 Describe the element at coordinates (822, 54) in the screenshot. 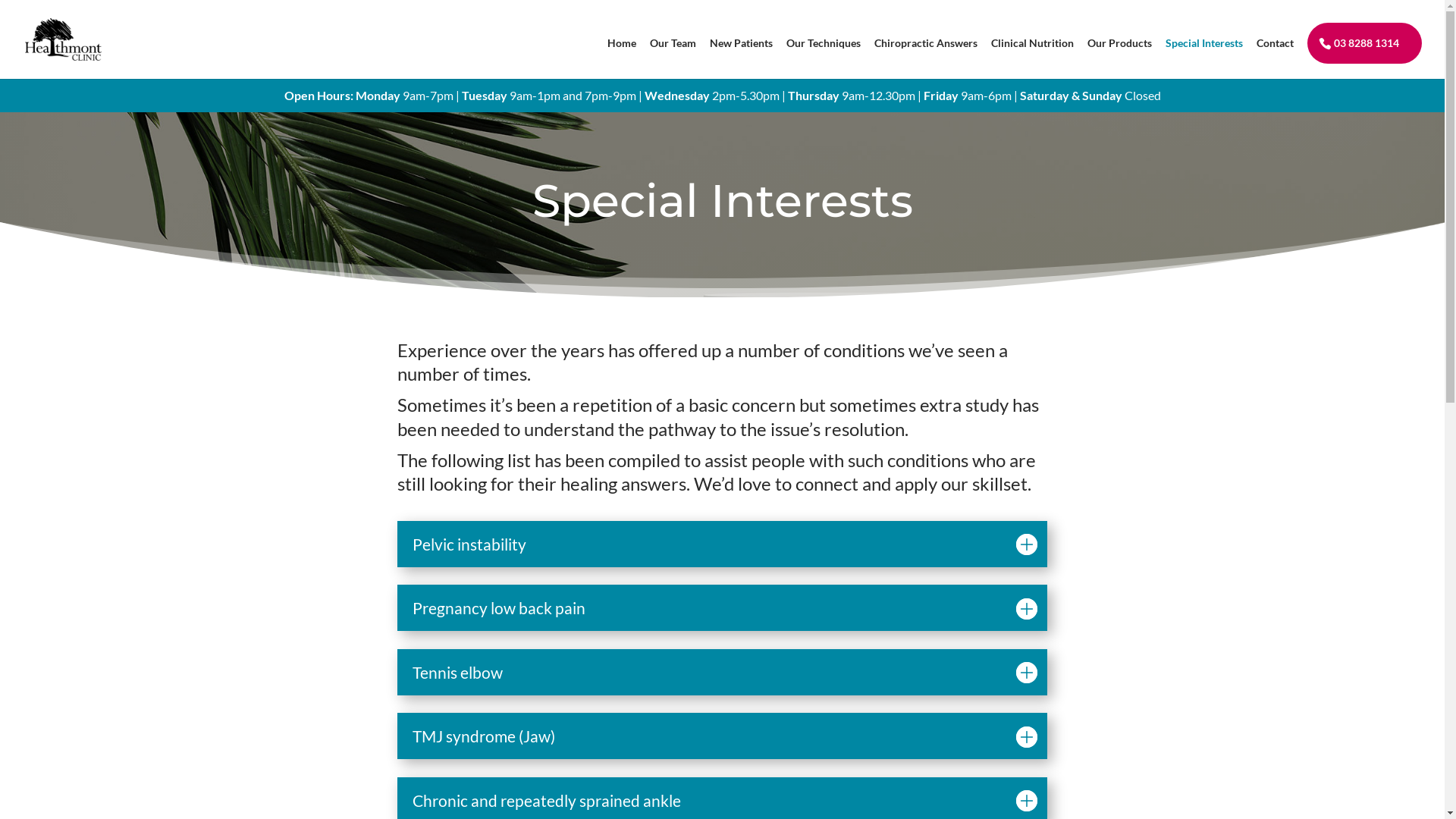

I see `'Our Techniques'` at that location.